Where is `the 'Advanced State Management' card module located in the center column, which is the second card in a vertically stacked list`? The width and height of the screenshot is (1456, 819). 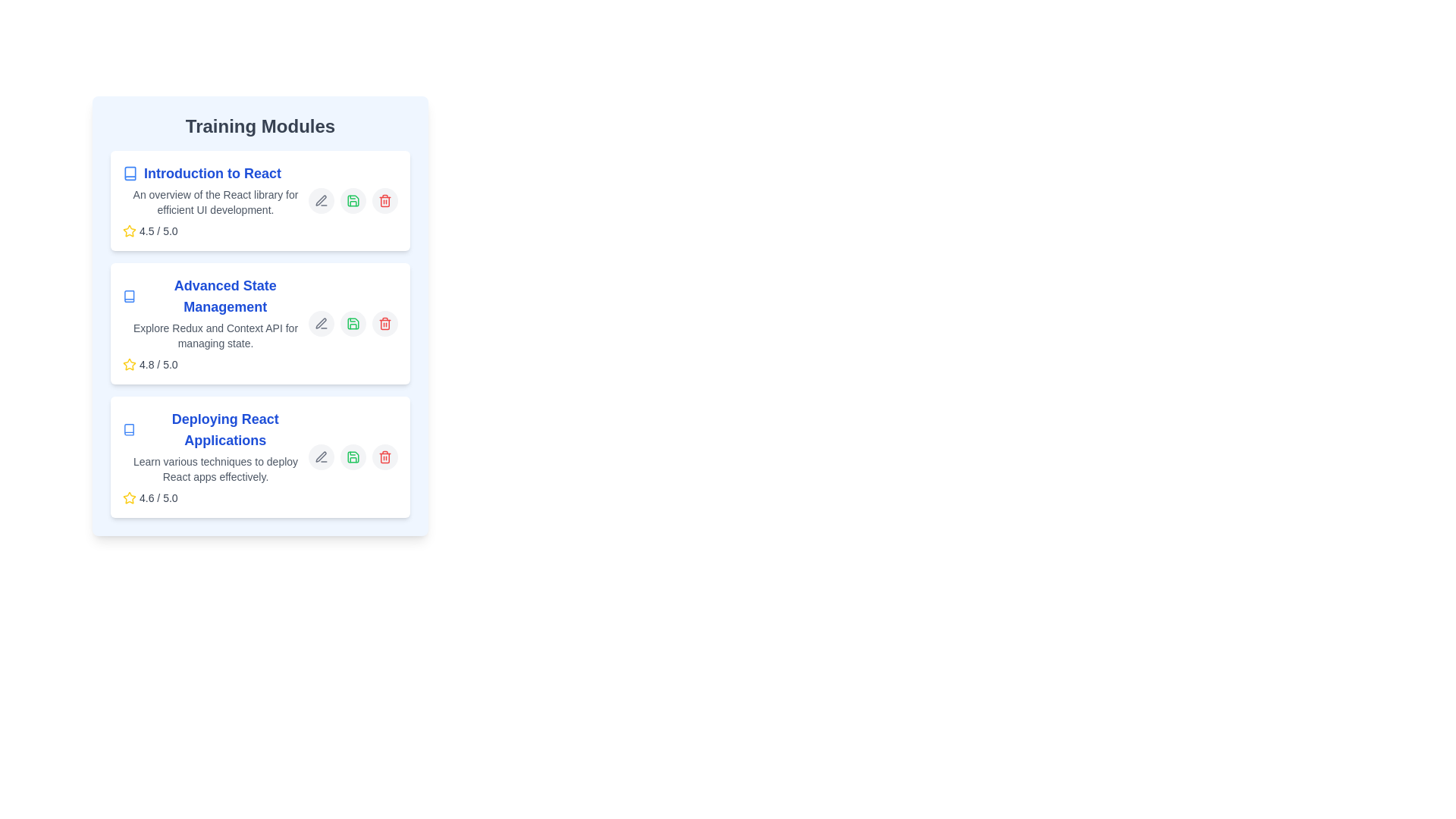 the 'Advanced State Management' card module located in the center column, which is the second card in a vertically stacked list is located at coordinates (215, 323).